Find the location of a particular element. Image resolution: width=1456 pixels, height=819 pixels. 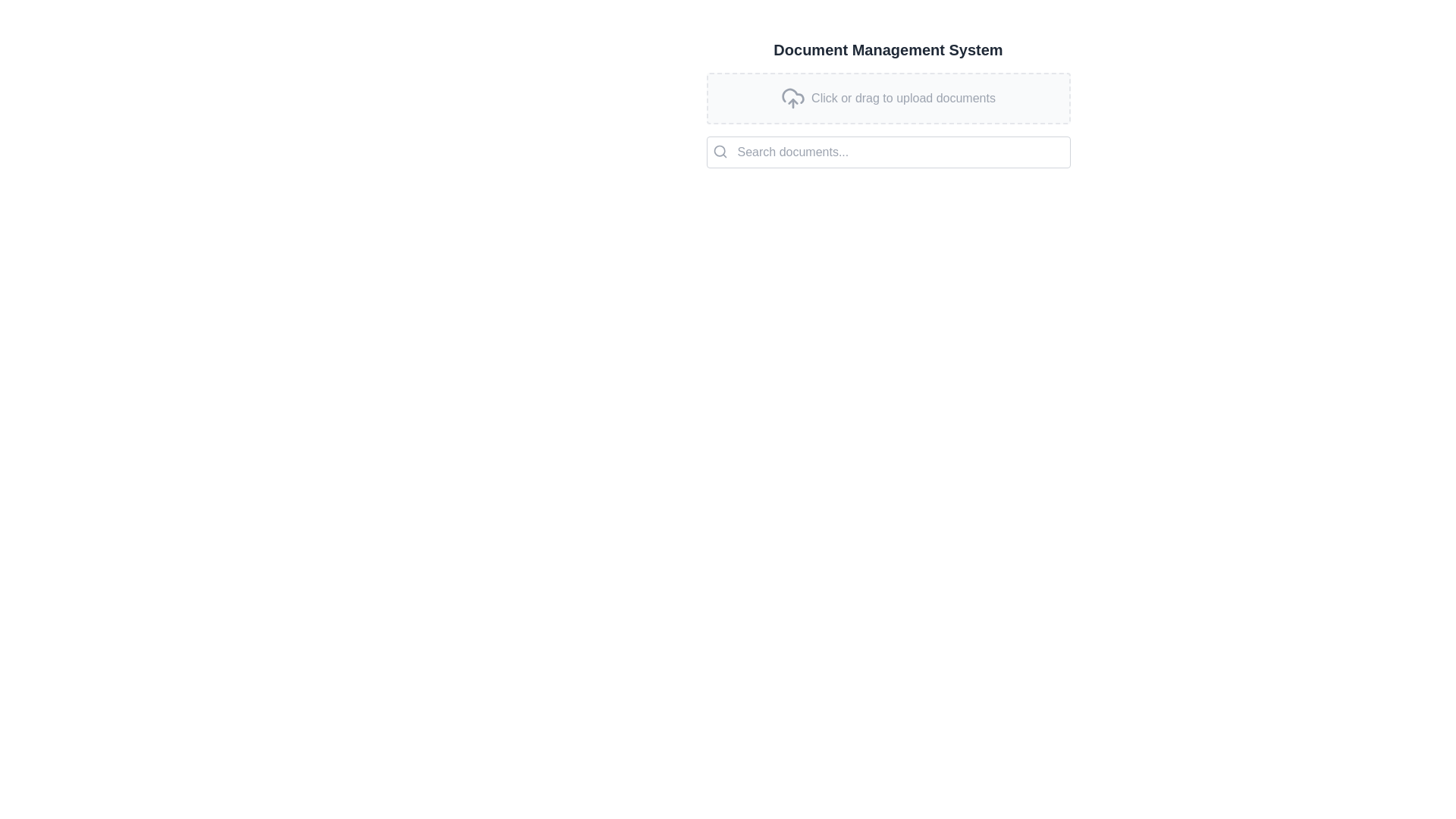

files onto the Drag-and-drop upload area element, which is visually represented by a rectangular area with a dashed border and the text 'Click or drag is located at coordinates (888, 99).